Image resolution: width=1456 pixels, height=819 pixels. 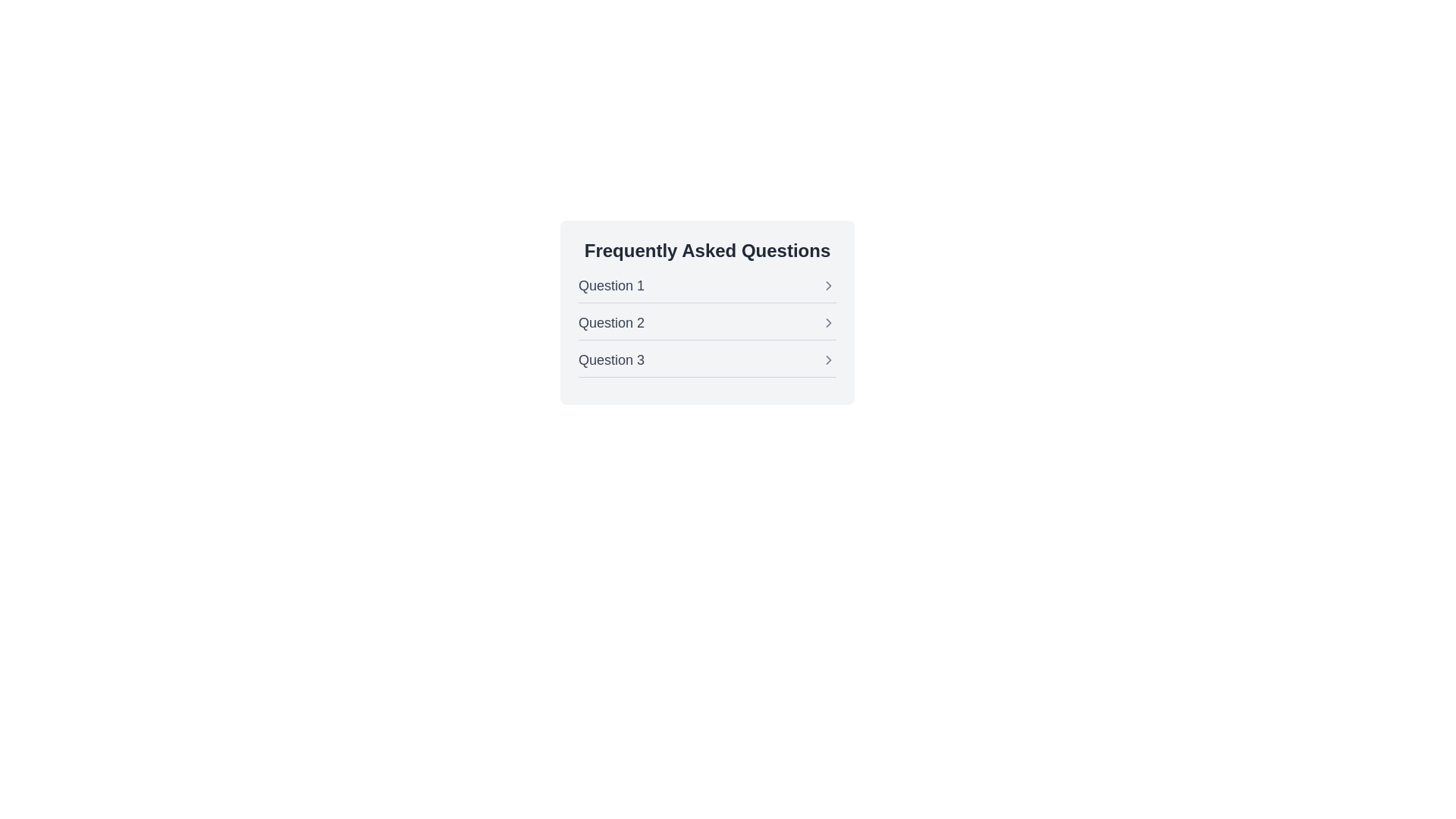 I want to click on the text label 'Question 1', so click(x=611, y=286).